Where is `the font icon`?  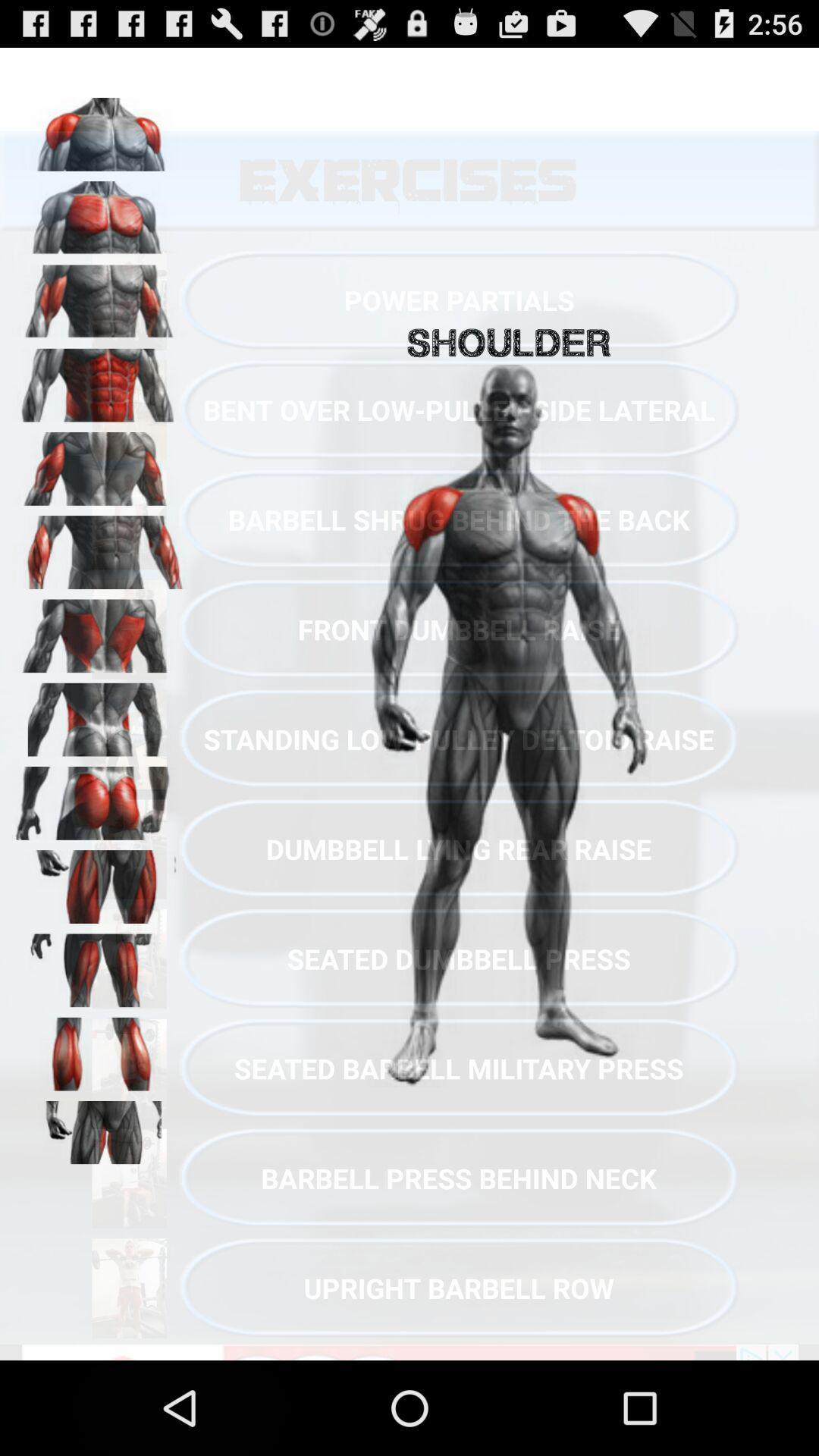 the font icon is located at coordinates (99, 674).